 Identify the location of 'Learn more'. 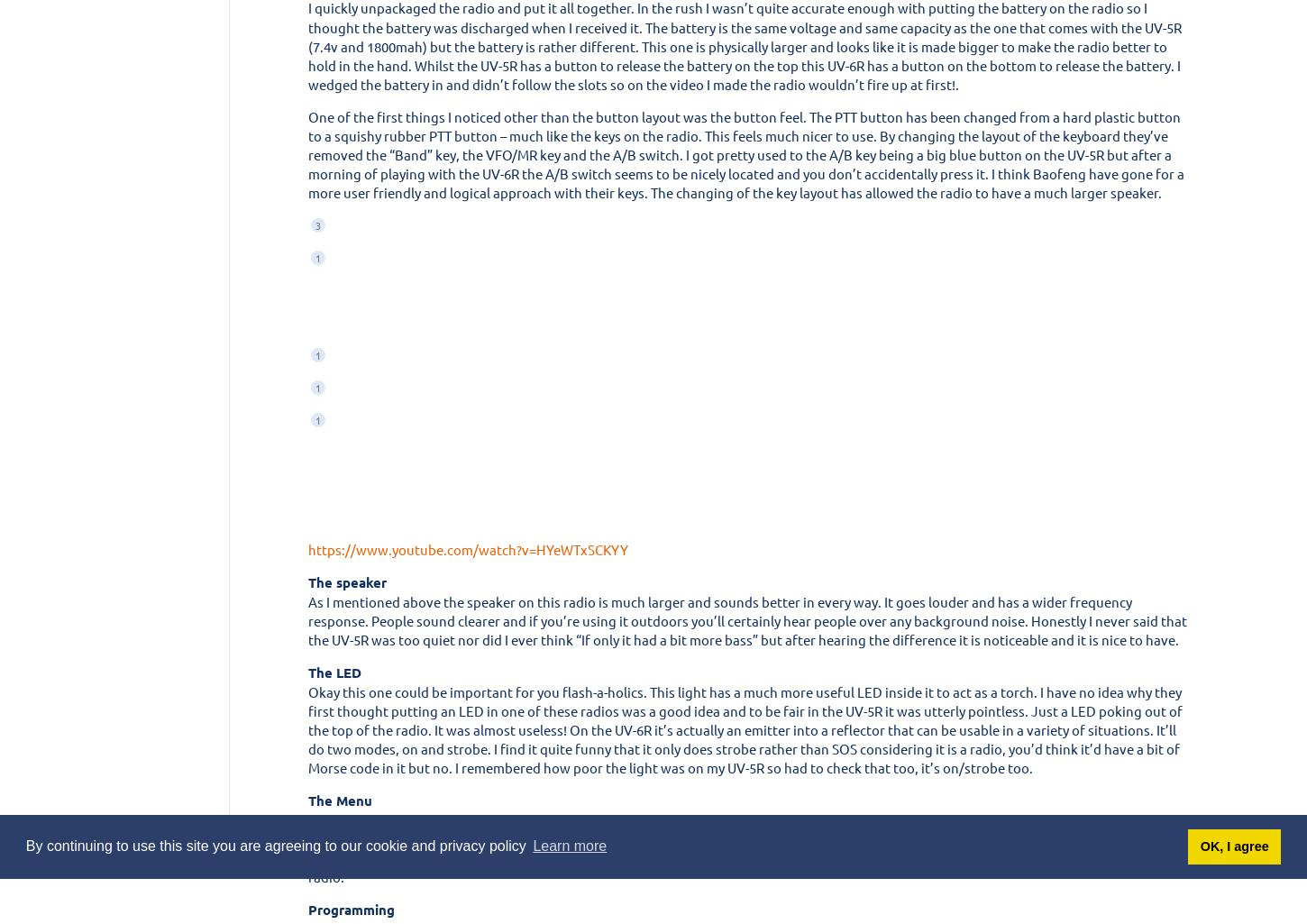
(569, 846).